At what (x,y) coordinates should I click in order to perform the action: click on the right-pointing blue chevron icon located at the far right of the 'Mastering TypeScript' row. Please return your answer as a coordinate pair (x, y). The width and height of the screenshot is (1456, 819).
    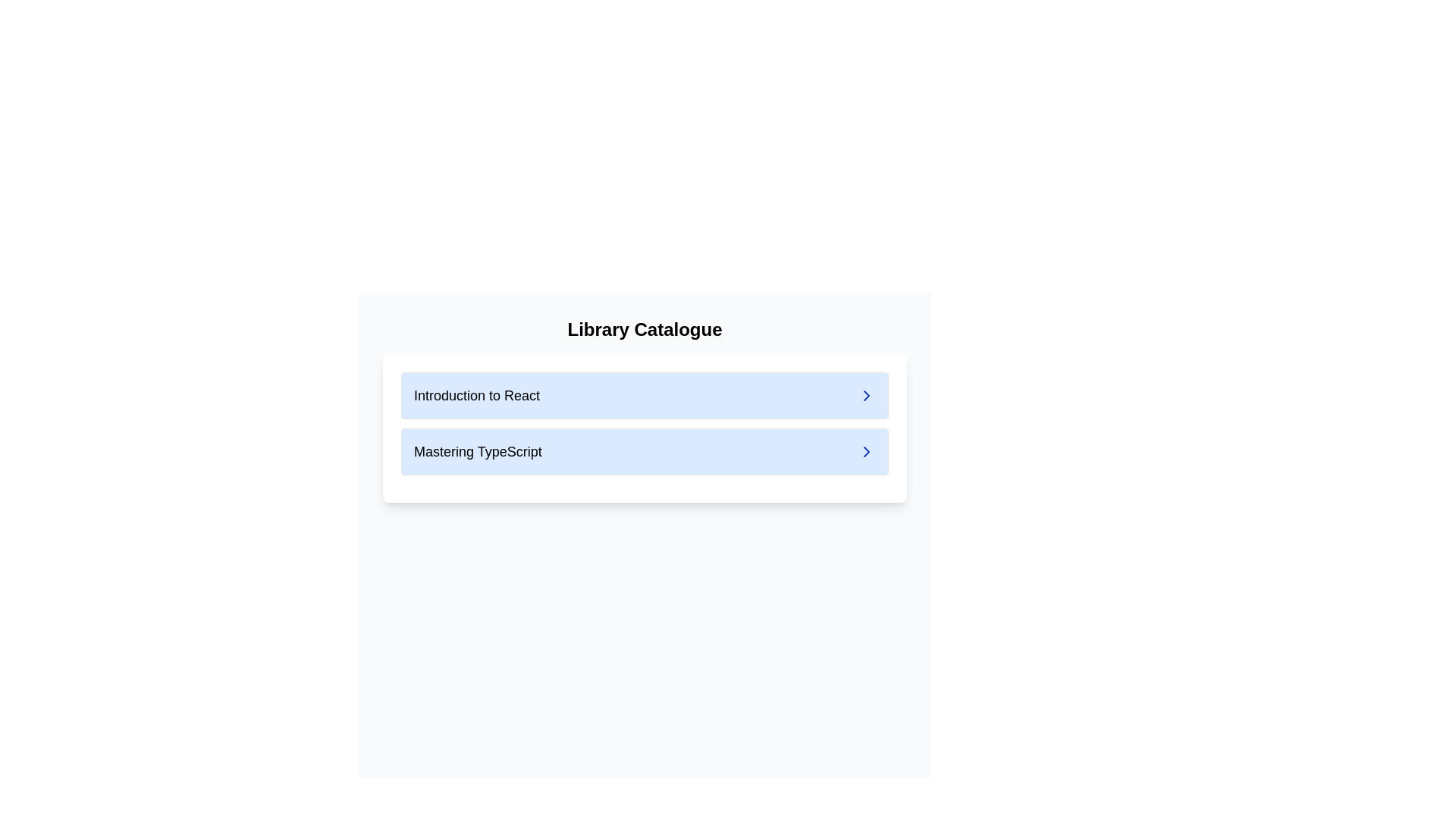
    Looking at the image, I should click on (866, 451).